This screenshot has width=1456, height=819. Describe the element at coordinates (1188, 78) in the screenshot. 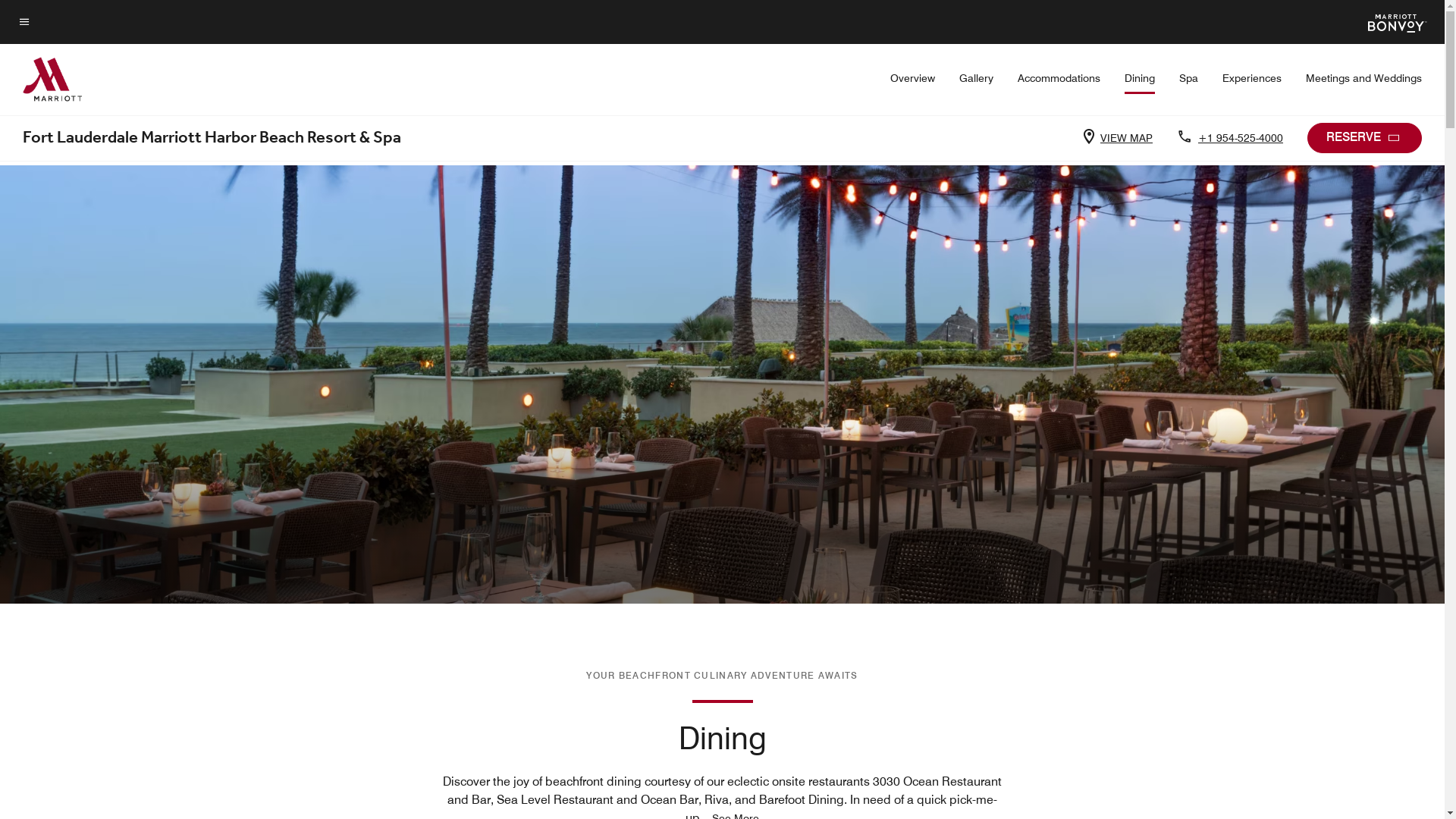

I see `'Spa'` at that location.